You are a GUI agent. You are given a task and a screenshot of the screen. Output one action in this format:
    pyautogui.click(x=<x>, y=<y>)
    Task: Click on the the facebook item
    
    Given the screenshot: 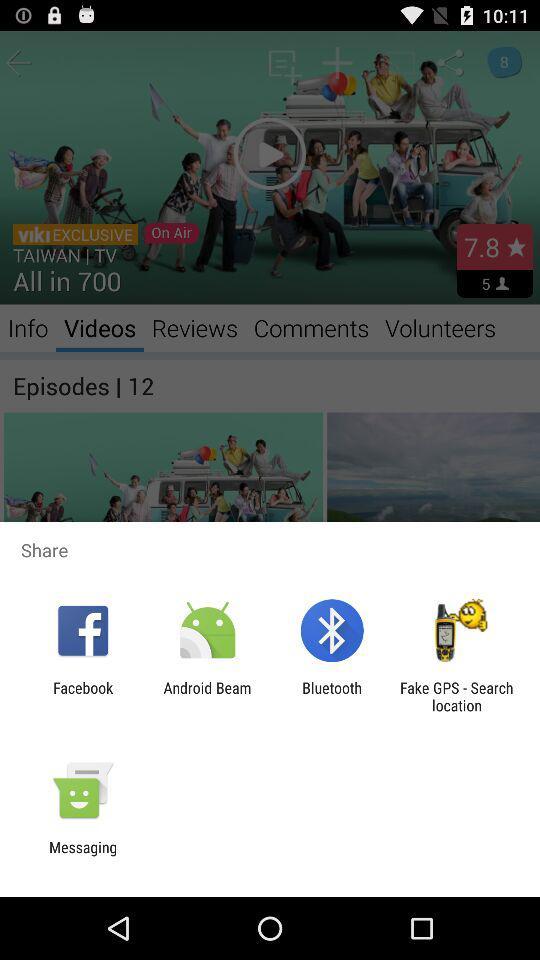 What is the action you would take?
    pyautogui.click(x=82, y=696)
    